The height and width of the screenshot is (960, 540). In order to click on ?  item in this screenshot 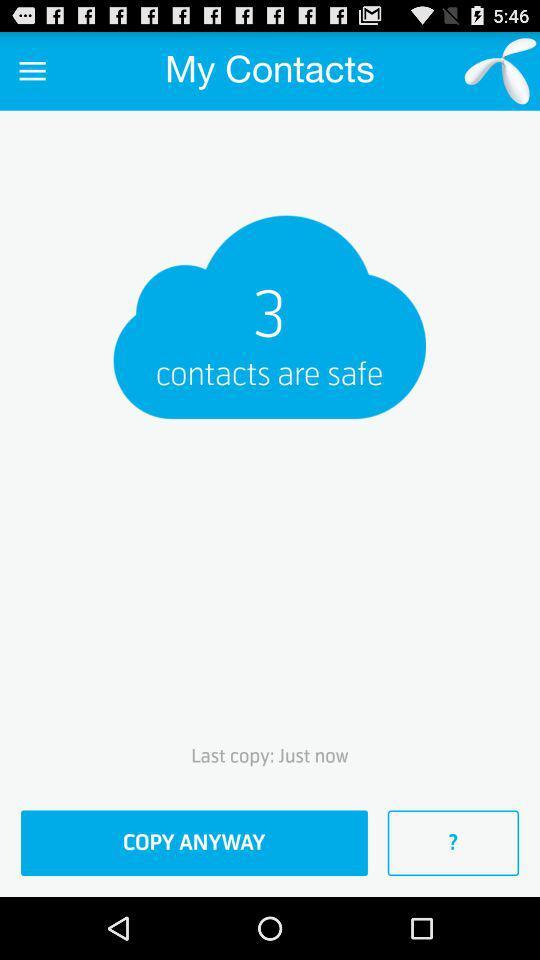, I will do `click(453, 842)`.